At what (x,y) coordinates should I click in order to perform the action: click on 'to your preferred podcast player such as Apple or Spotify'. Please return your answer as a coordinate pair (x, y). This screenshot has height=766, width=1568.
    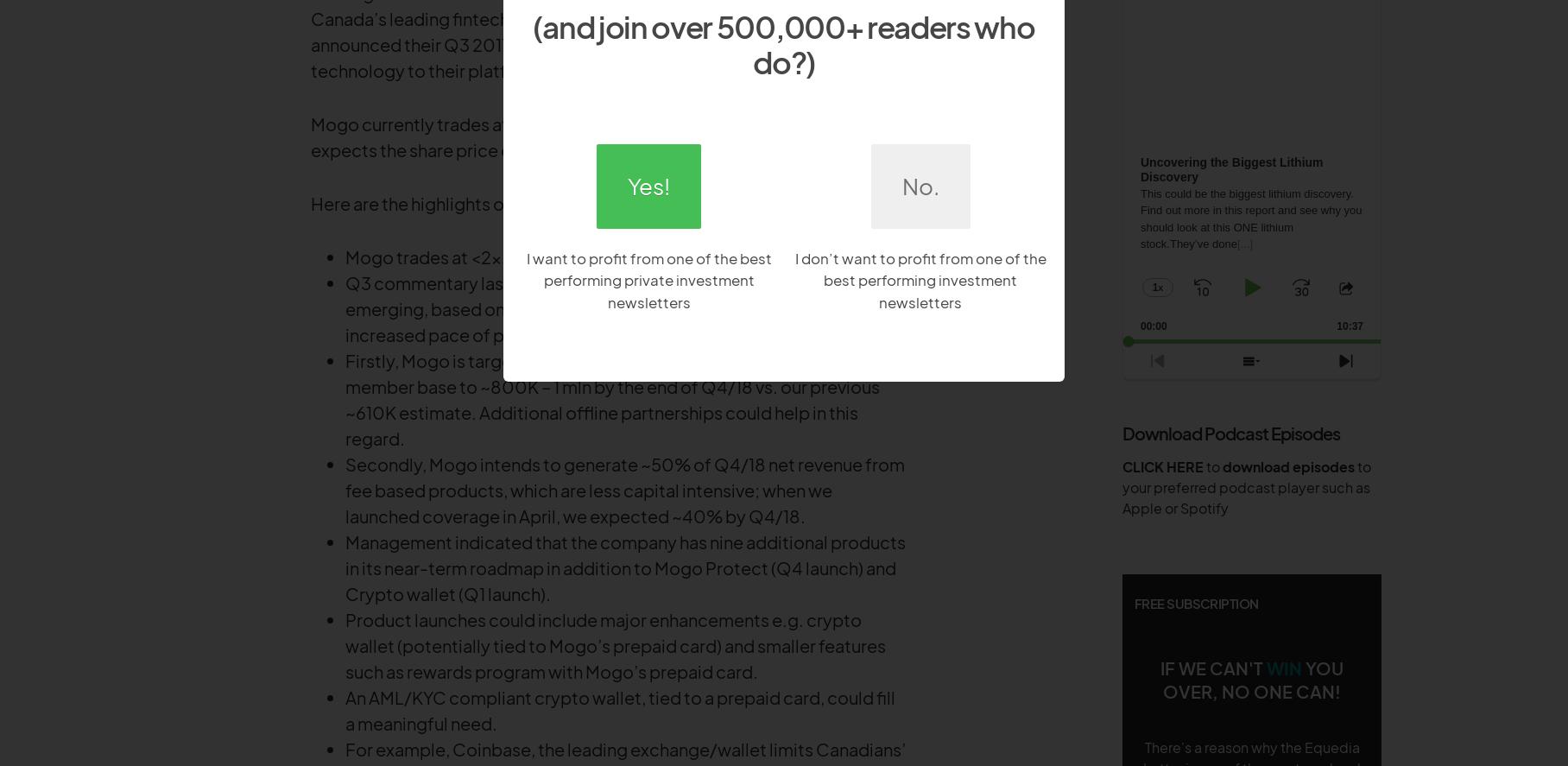
    Looking at the image, I should click on (1247, 485).